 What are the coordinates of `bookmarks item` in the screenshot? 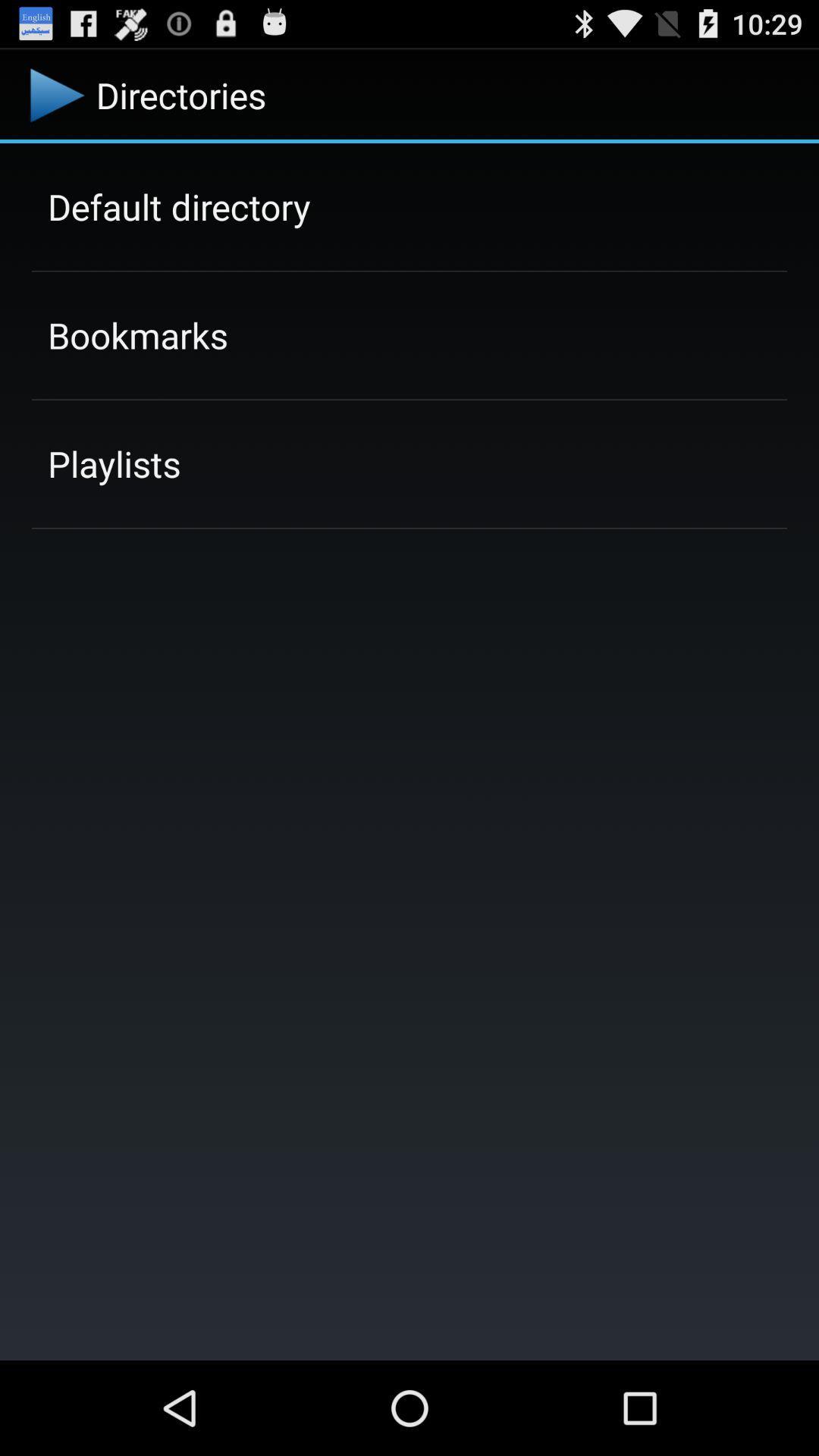 It's located at (137, 334).